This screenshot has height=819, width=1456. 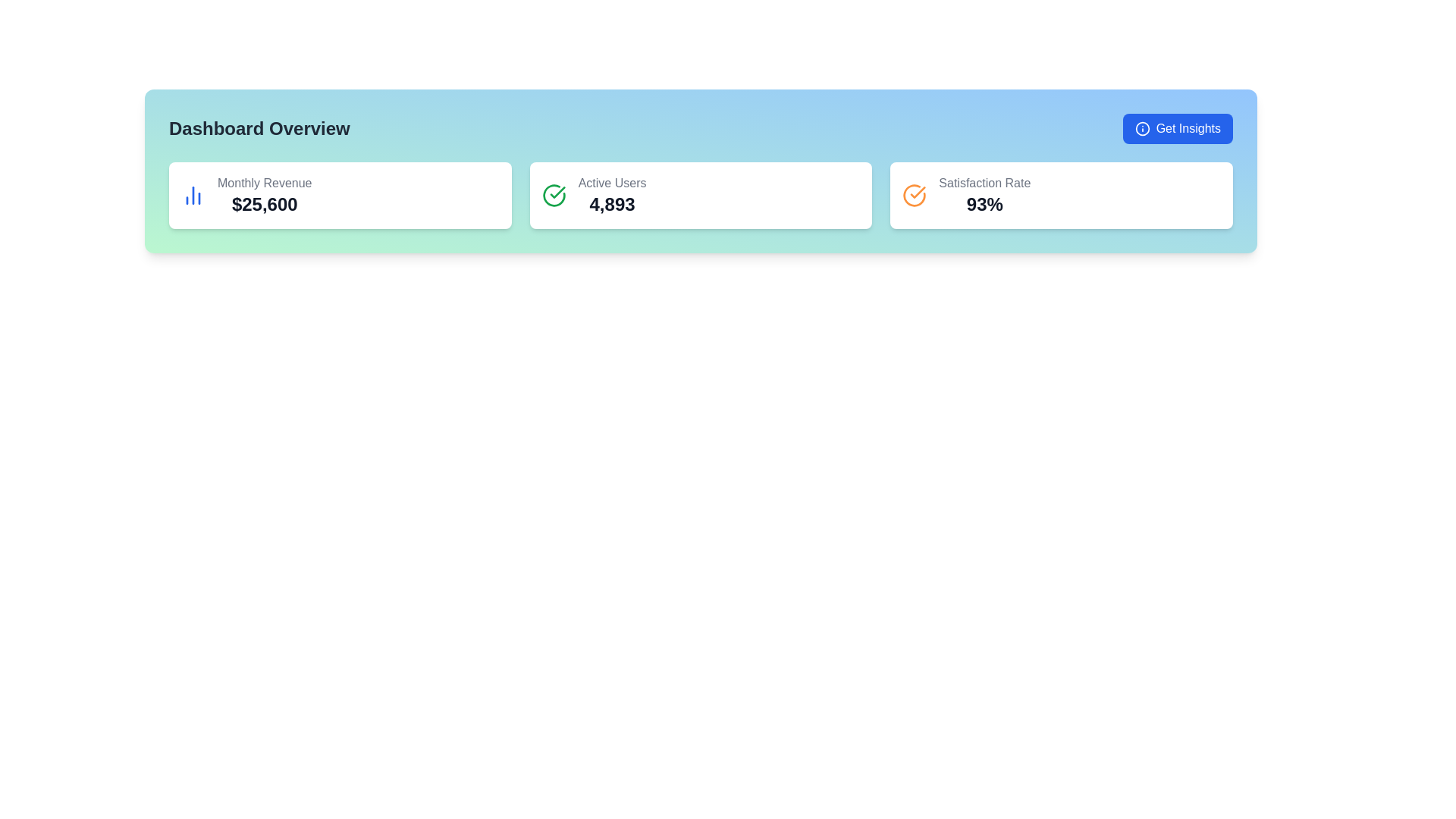 What do you see at coordinates (984, 183) in the screenshot?
I see `the static text label that describes the satisfaction rate, located at the top of the third card in the dashboard` at bounding box center [984, 183].